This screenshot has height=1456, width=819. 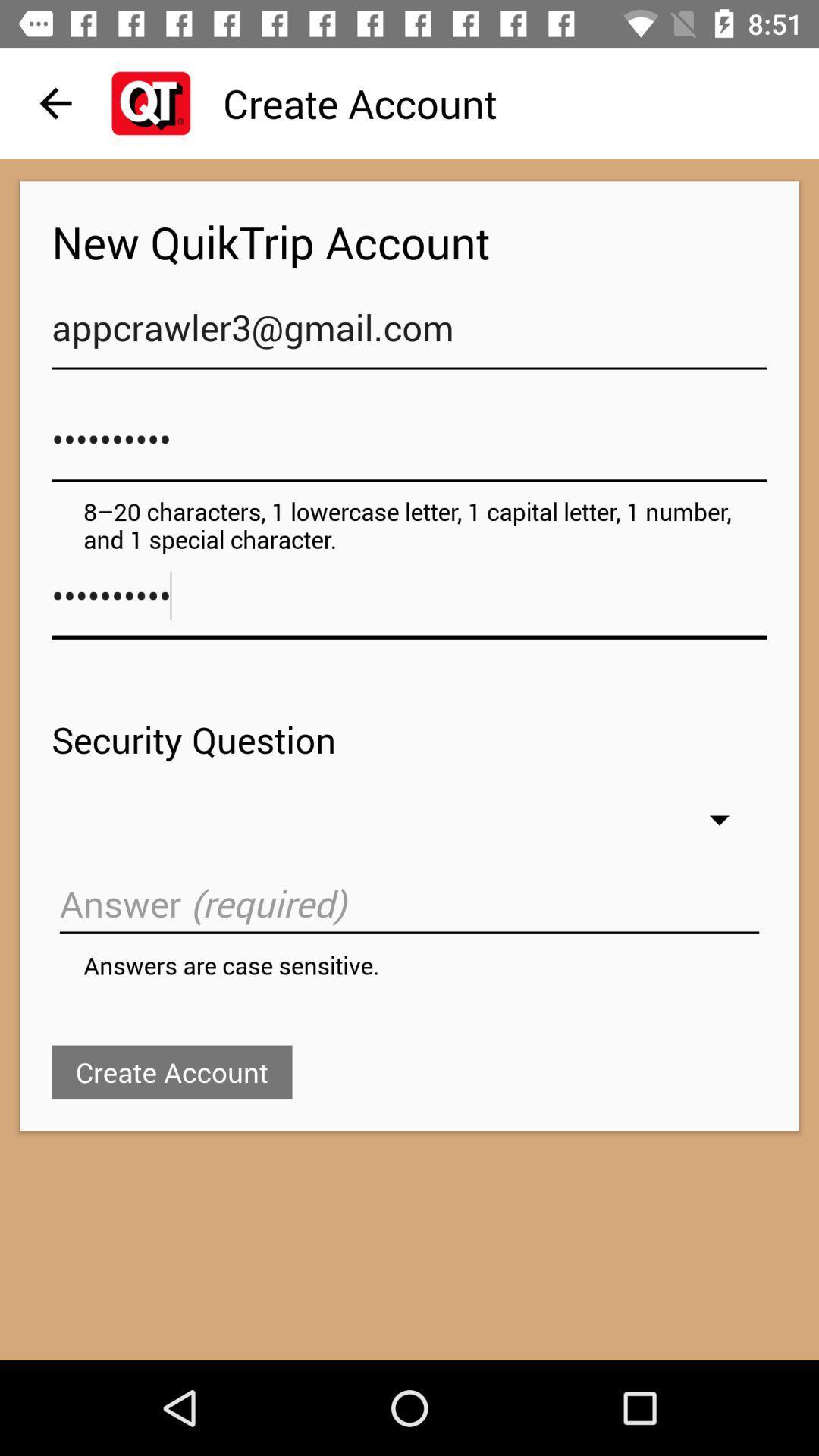 I want to click on icon below new quiktrip account, so click(x=409, y=334).